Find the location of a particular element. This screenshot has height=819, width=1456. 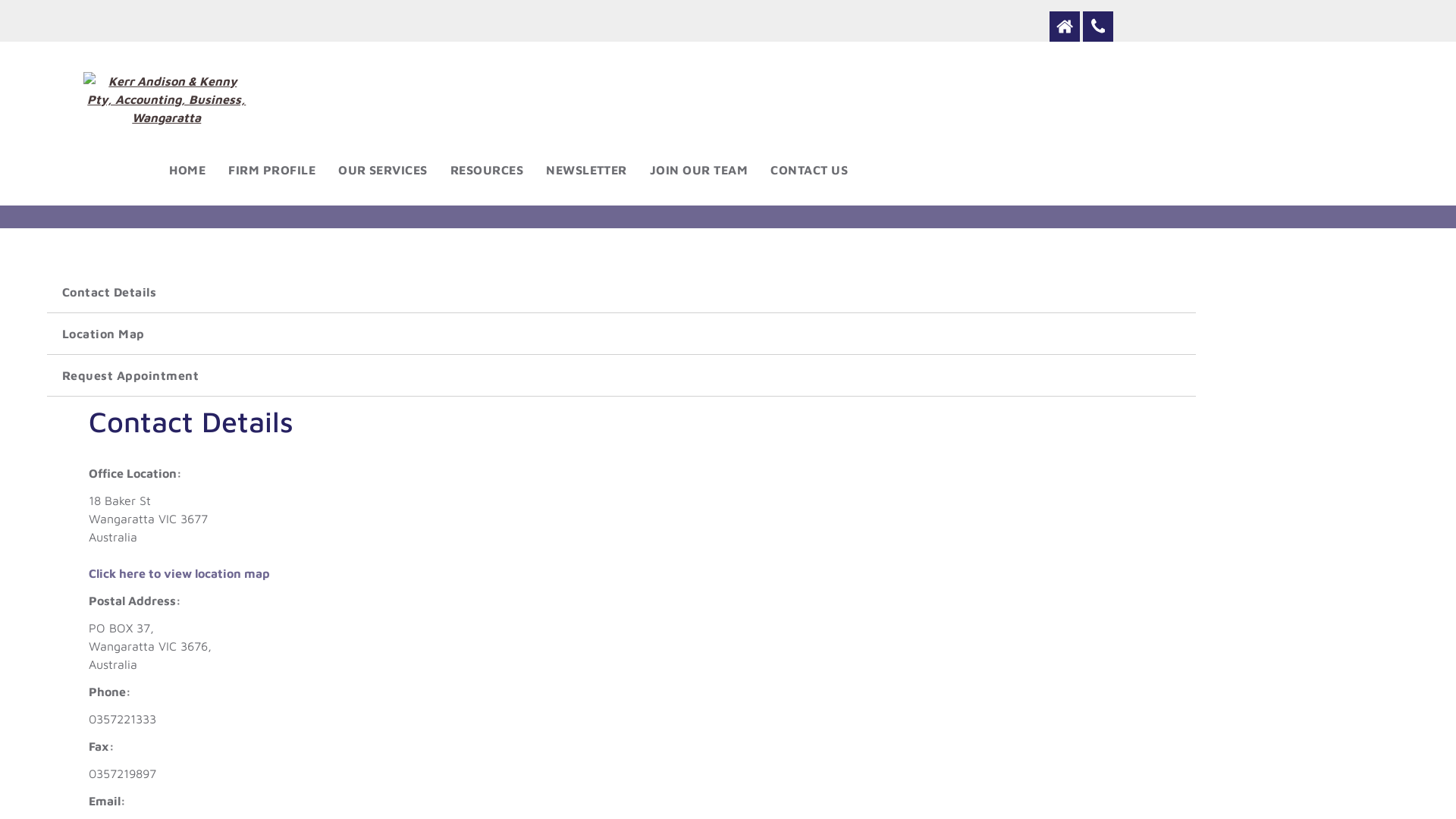

'NEWSLETTER' is located at coordinates (585, 169).